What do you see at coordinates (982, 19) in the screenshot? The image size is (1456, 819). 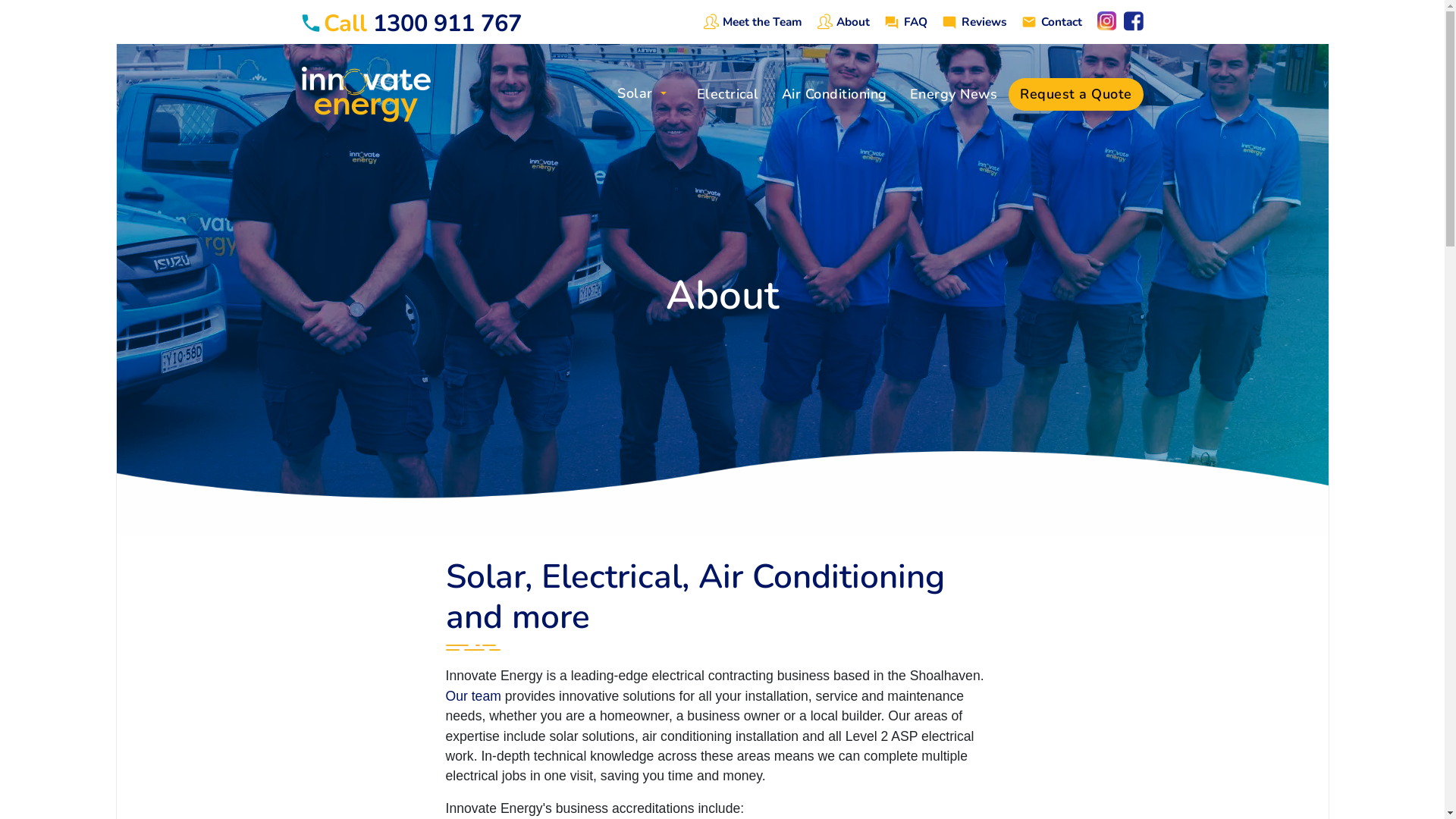 I see `'Reviews'` at bounding box center [982, 19].